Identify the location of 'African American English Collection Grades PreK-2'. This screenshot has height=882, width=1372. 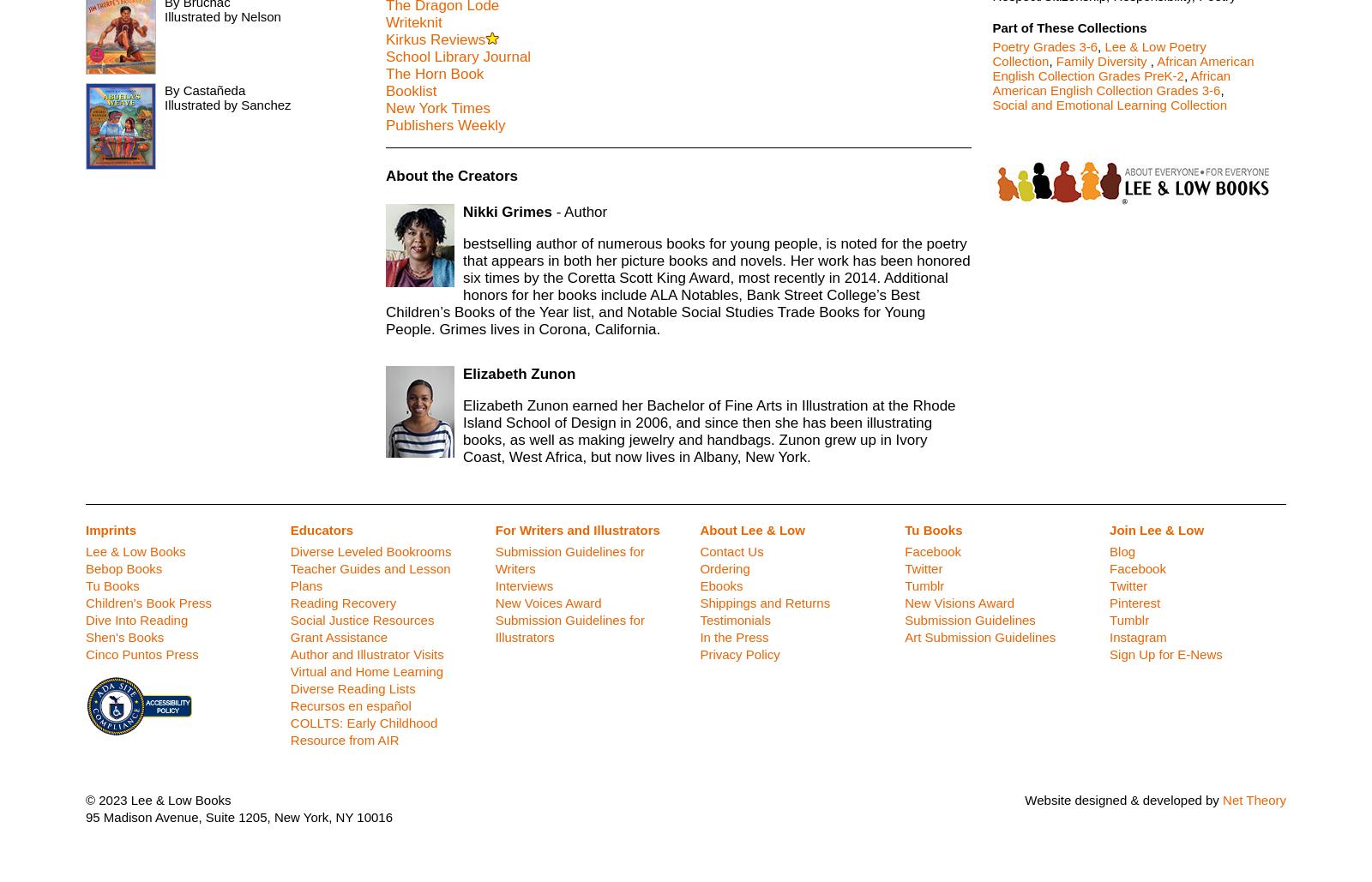
(1122, 67).